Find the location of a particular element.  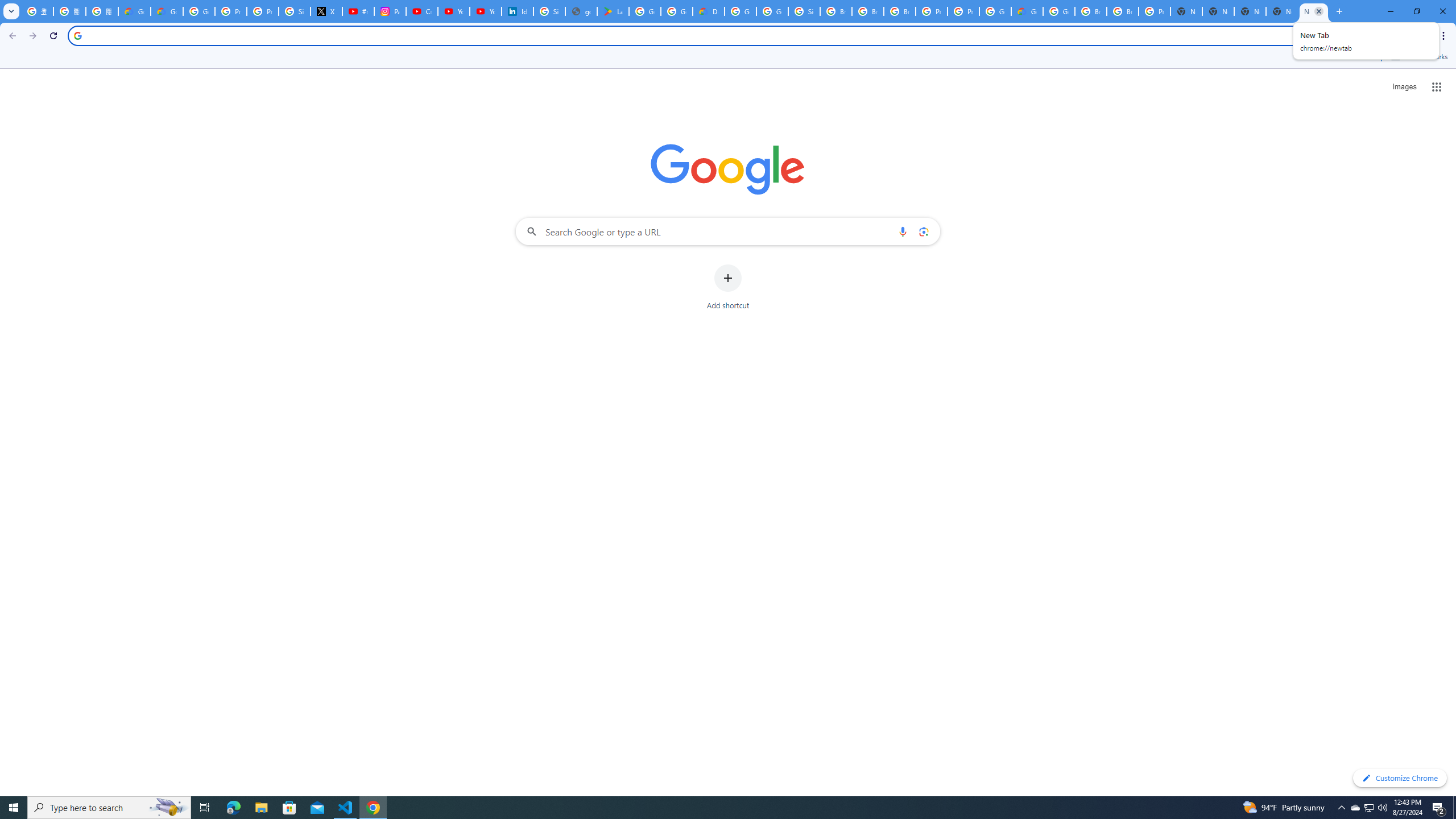

'Customize Chrome' is located at coordinates (1400, 777).